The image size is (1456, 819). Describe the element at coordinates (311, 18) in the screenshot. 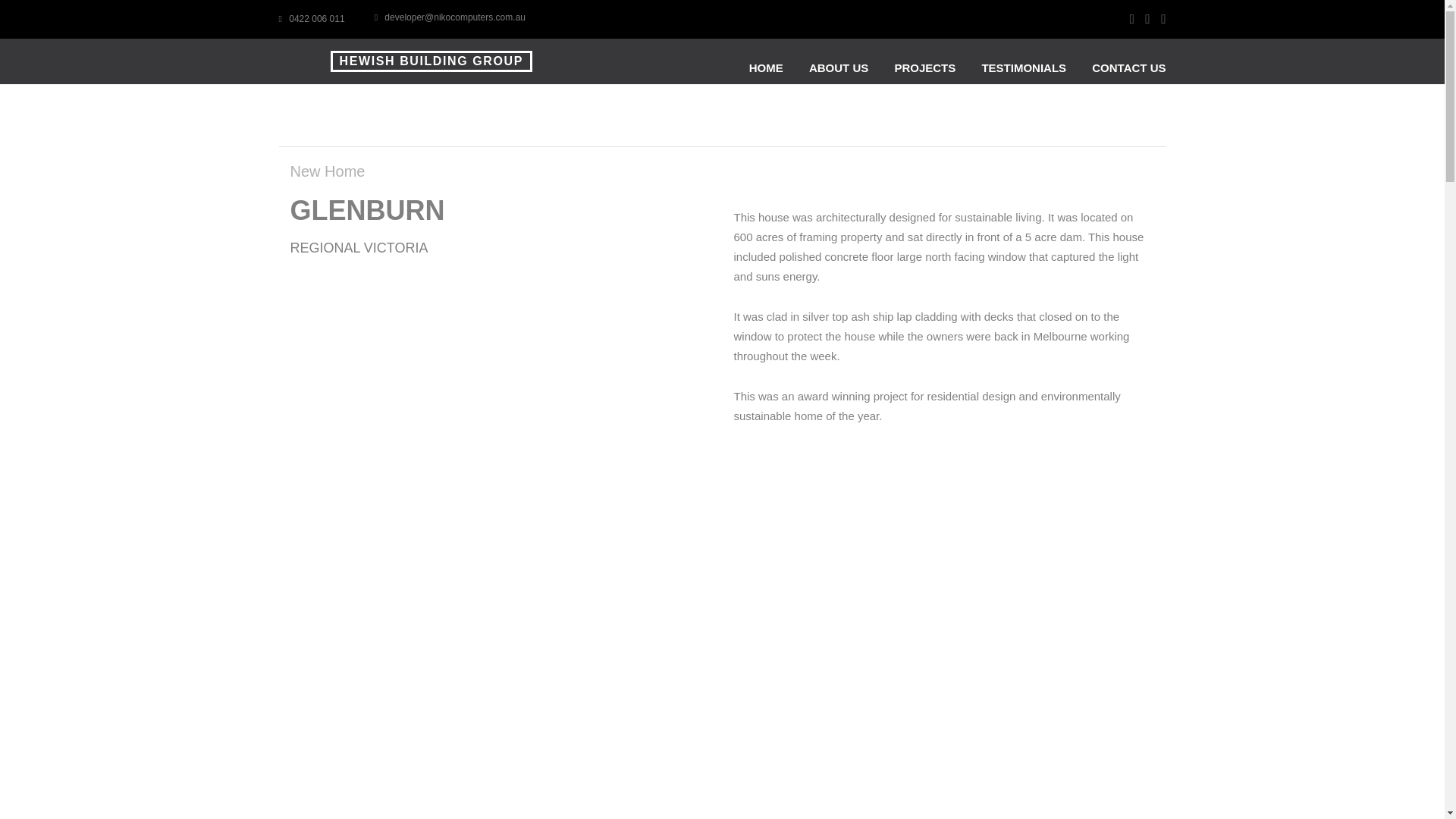

I see `'0422 006 011'` at that location.